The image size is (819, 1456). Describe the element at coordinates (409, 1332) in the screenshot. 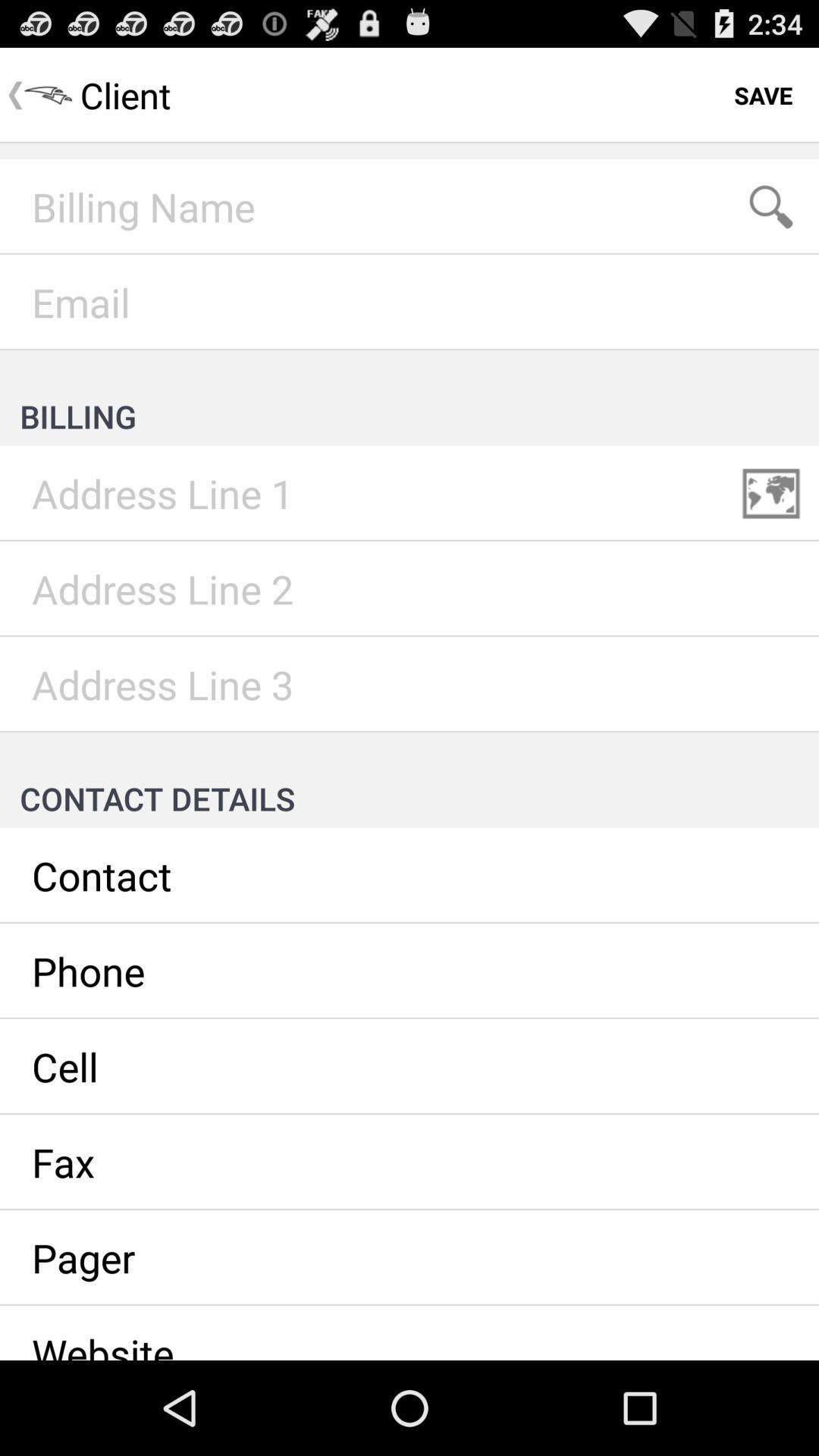

I see `website button` at that location.